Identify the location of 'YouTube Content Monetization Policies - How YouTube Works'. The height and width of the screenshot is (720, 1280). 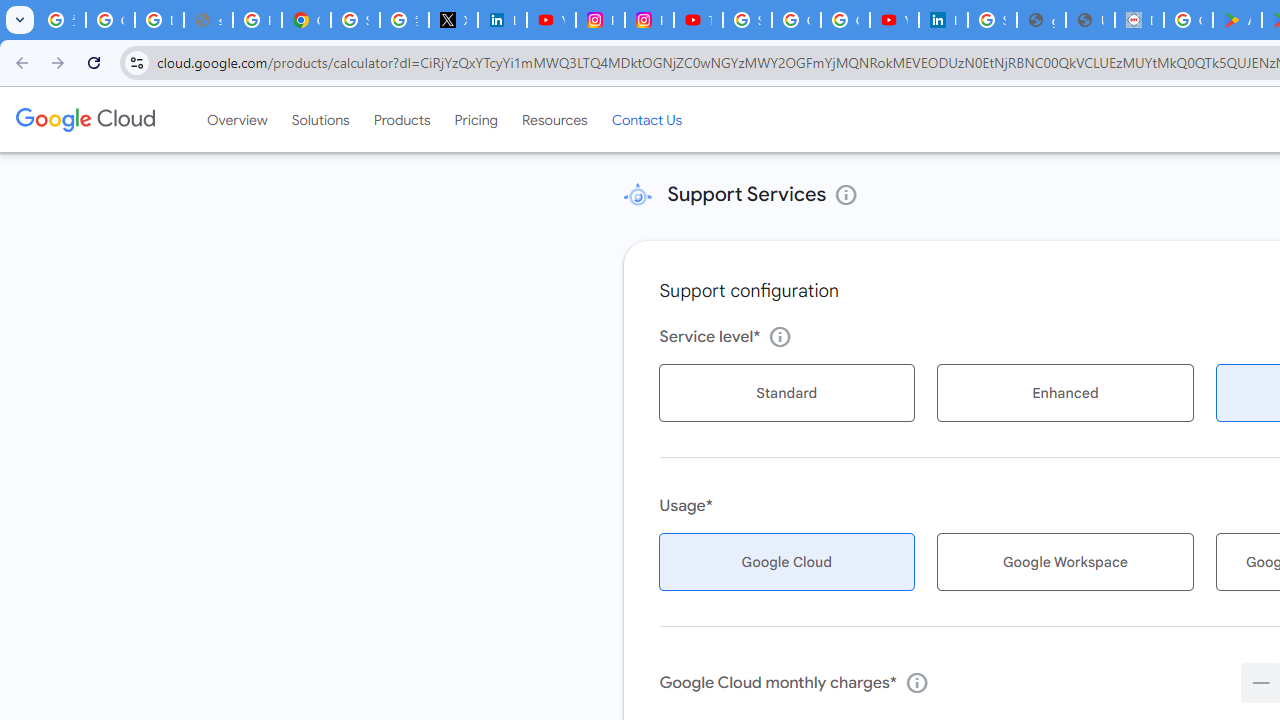
(551, 20).